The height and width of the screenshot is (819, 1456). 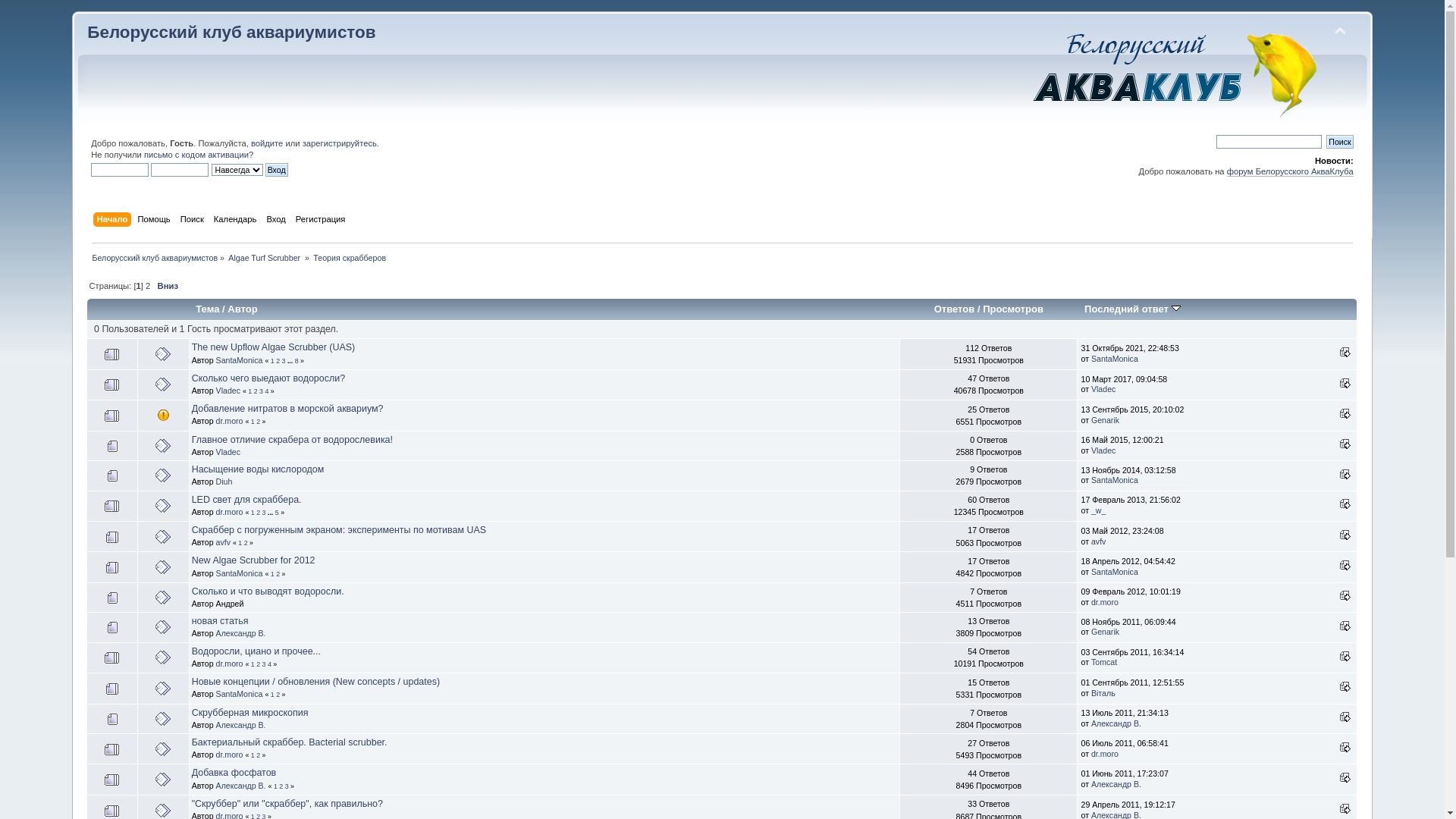 What do you see at coordinates (279, 786) in the screenshot?
I see `'2'` at bounding box center [279, 786].